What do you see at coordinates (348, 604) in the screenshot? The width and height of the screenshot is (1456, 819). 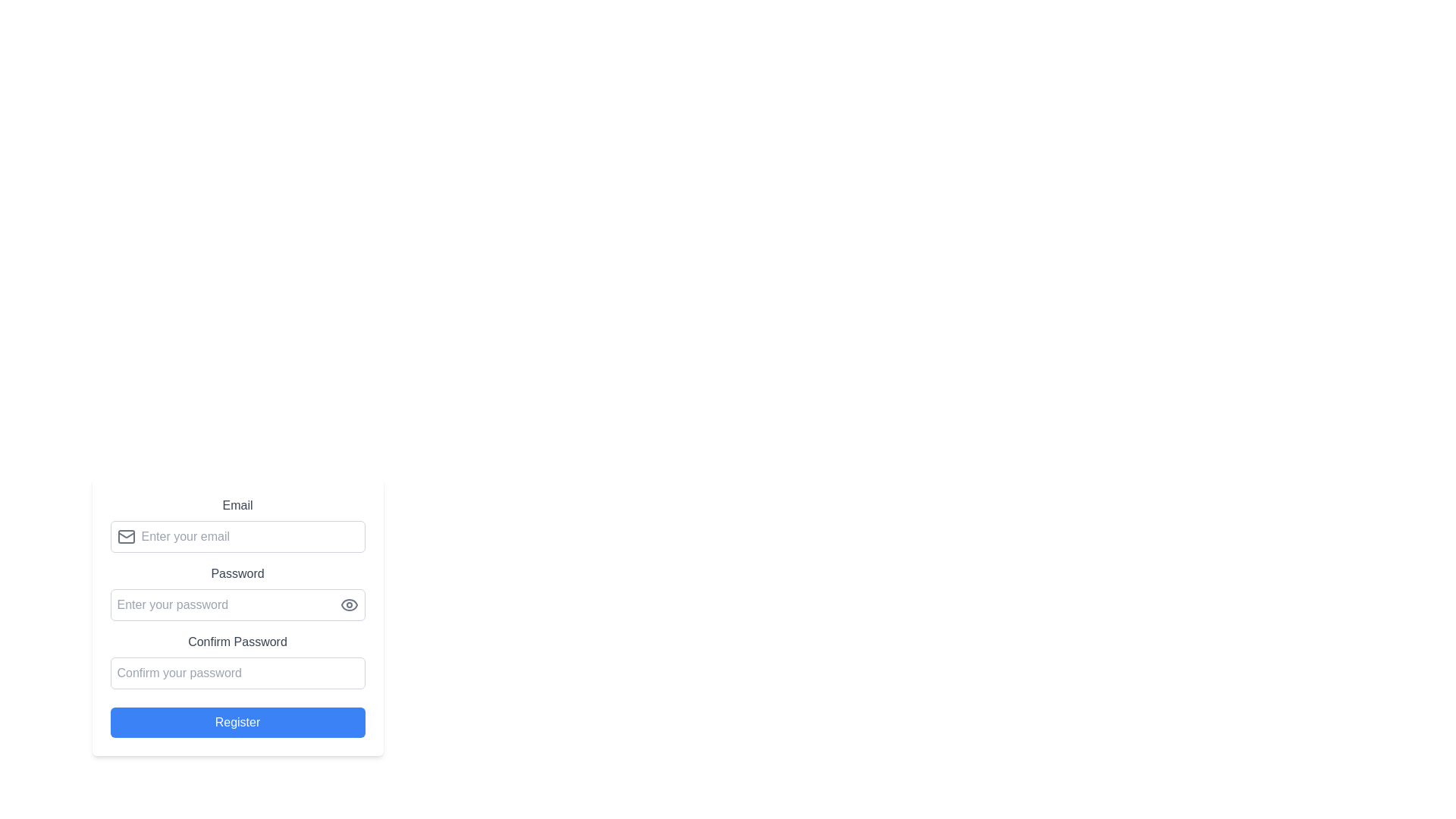 I see `the circular button with an eye icon, which is styled in gray and positioned next to the password input field` at bounding box center [348, 604].